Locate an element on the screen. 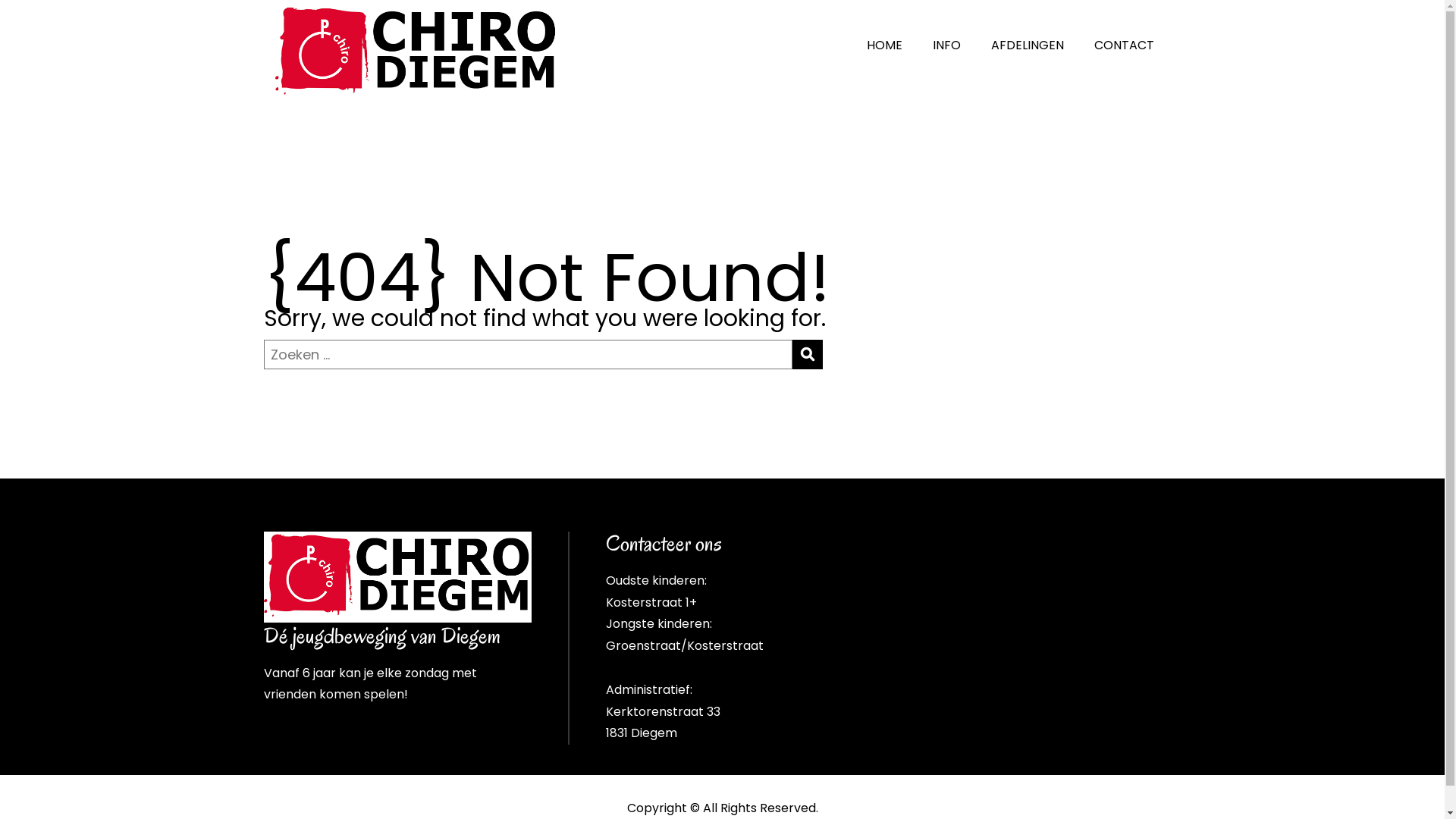  'CONTACT' is located at coordinates (1078, 45).